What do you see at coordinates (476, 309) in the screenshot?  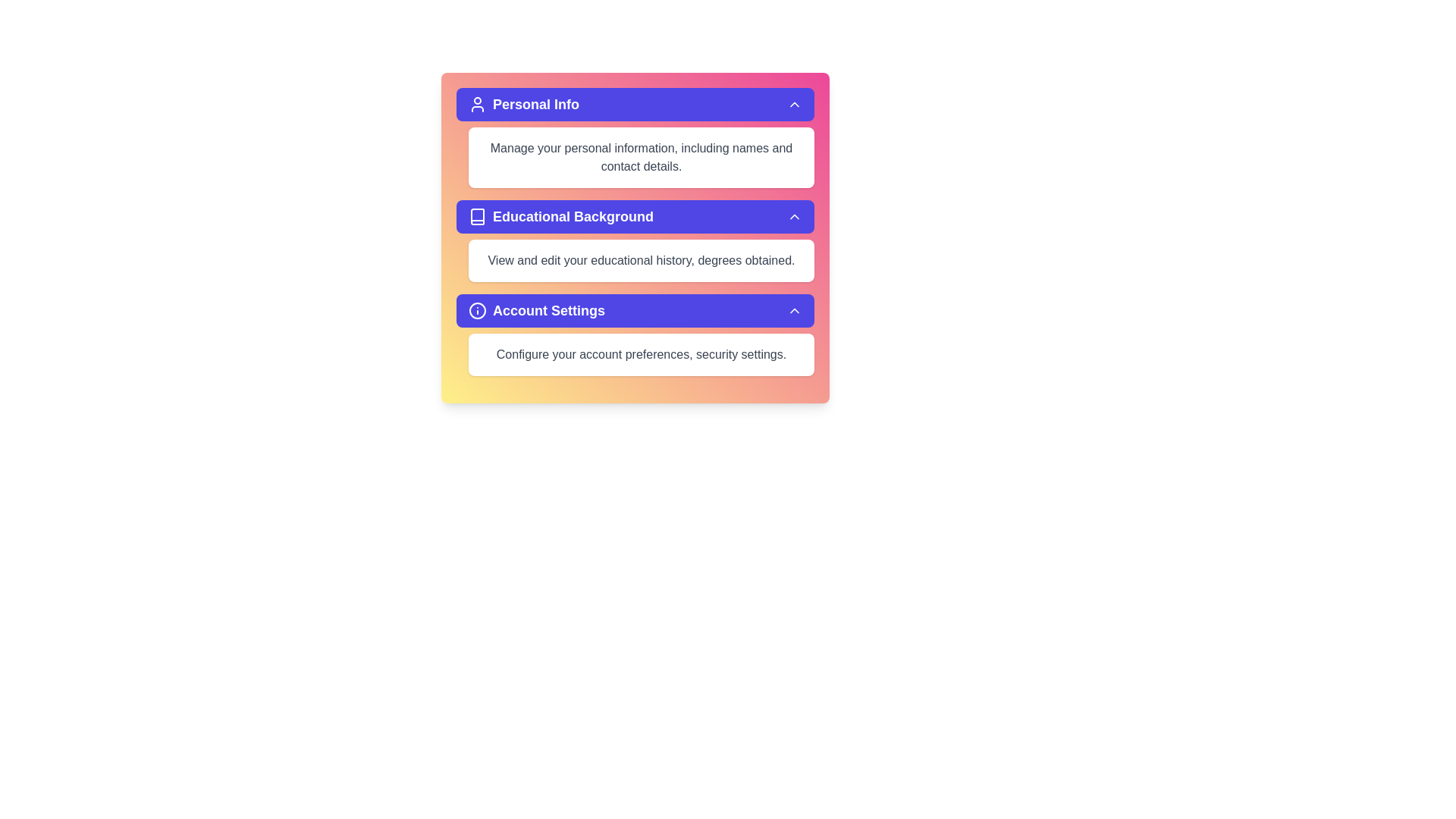 I see `the icon of the section labeled Account Settings` at bounding box center [476, 309].